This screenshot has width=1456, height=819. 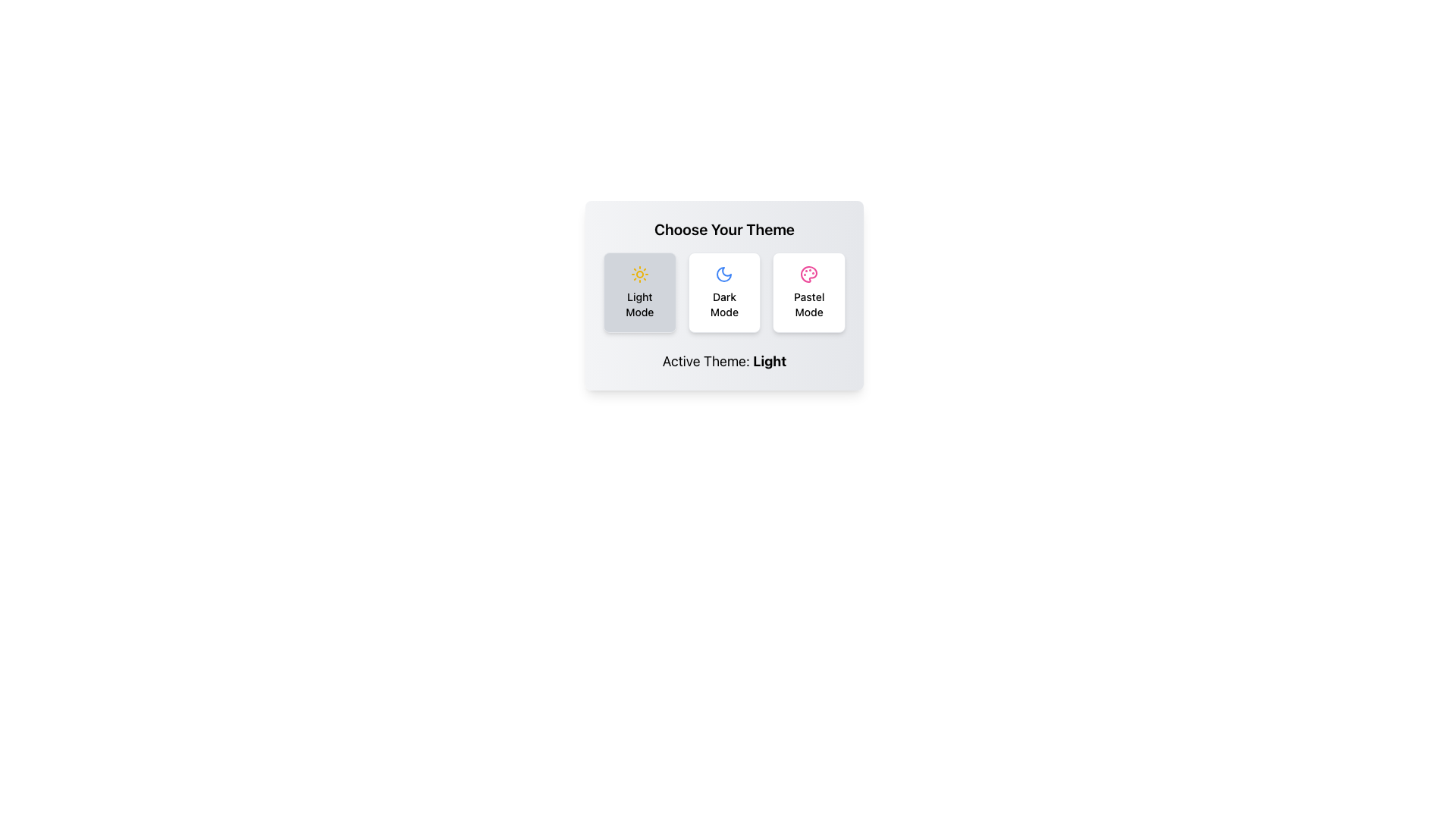 I want to click on the pink-colored palette-shaped icon located at the top center of the 'Pastel Mode' card, above the text 'Pastel Mode', so click(x=808, y=275).